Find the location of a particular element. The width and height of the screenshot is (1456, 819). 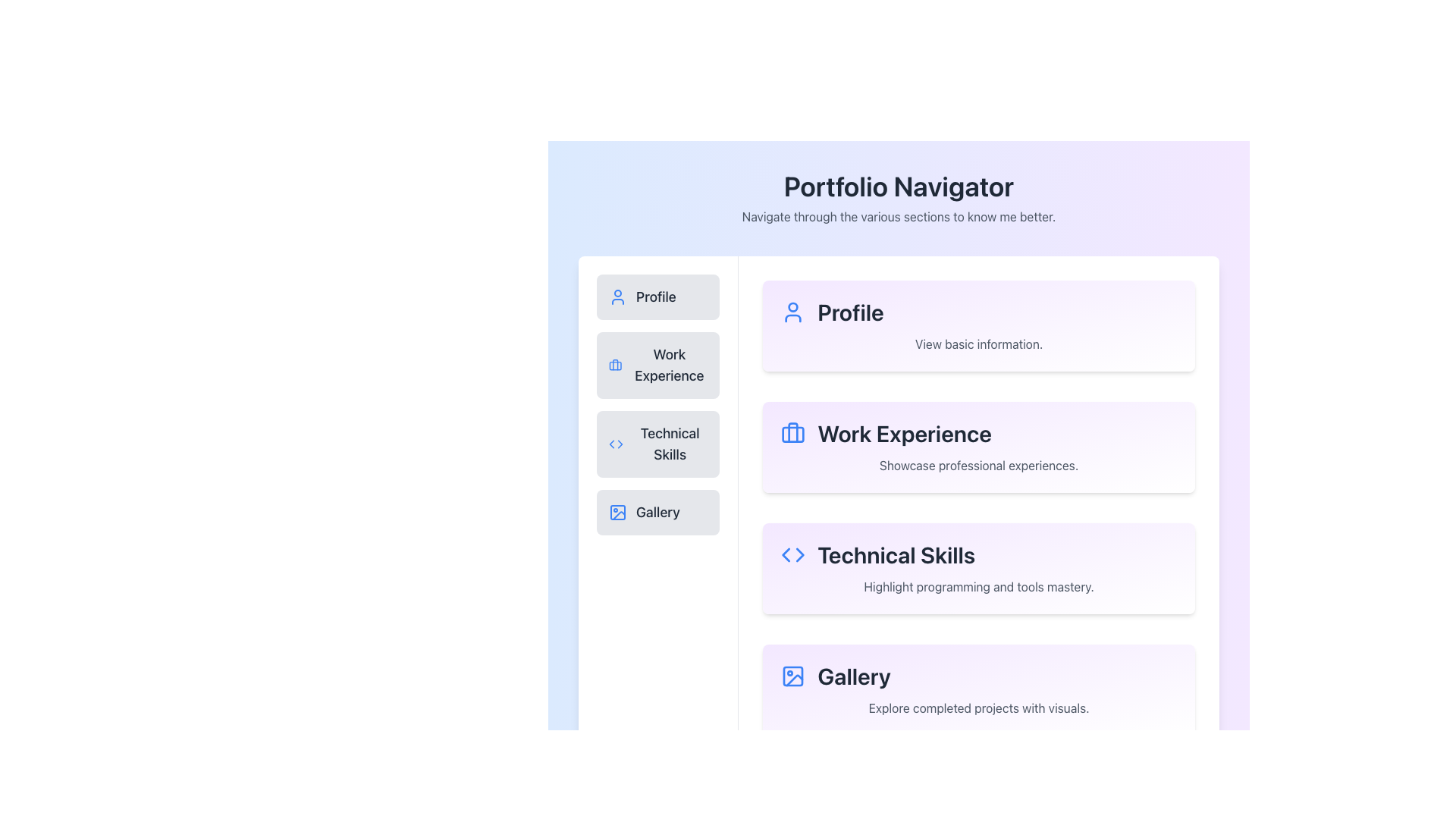

the blue outlined icon resembling an image located to the left of the text 'Gallery' is located at coordinates (792, 675).